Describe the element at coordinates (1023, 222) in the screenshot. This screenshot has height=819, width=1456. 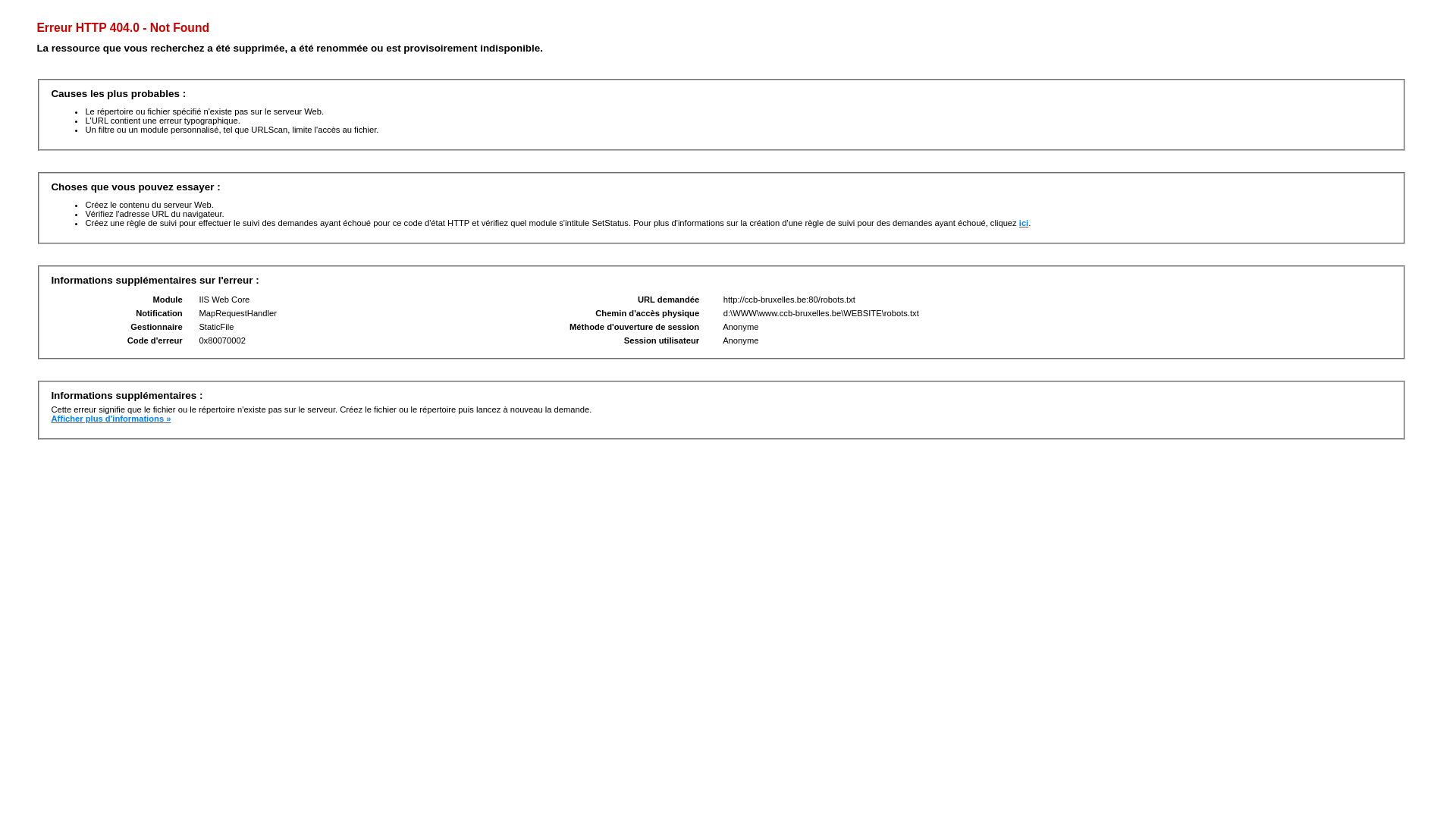
I see `'ici'` at that location.